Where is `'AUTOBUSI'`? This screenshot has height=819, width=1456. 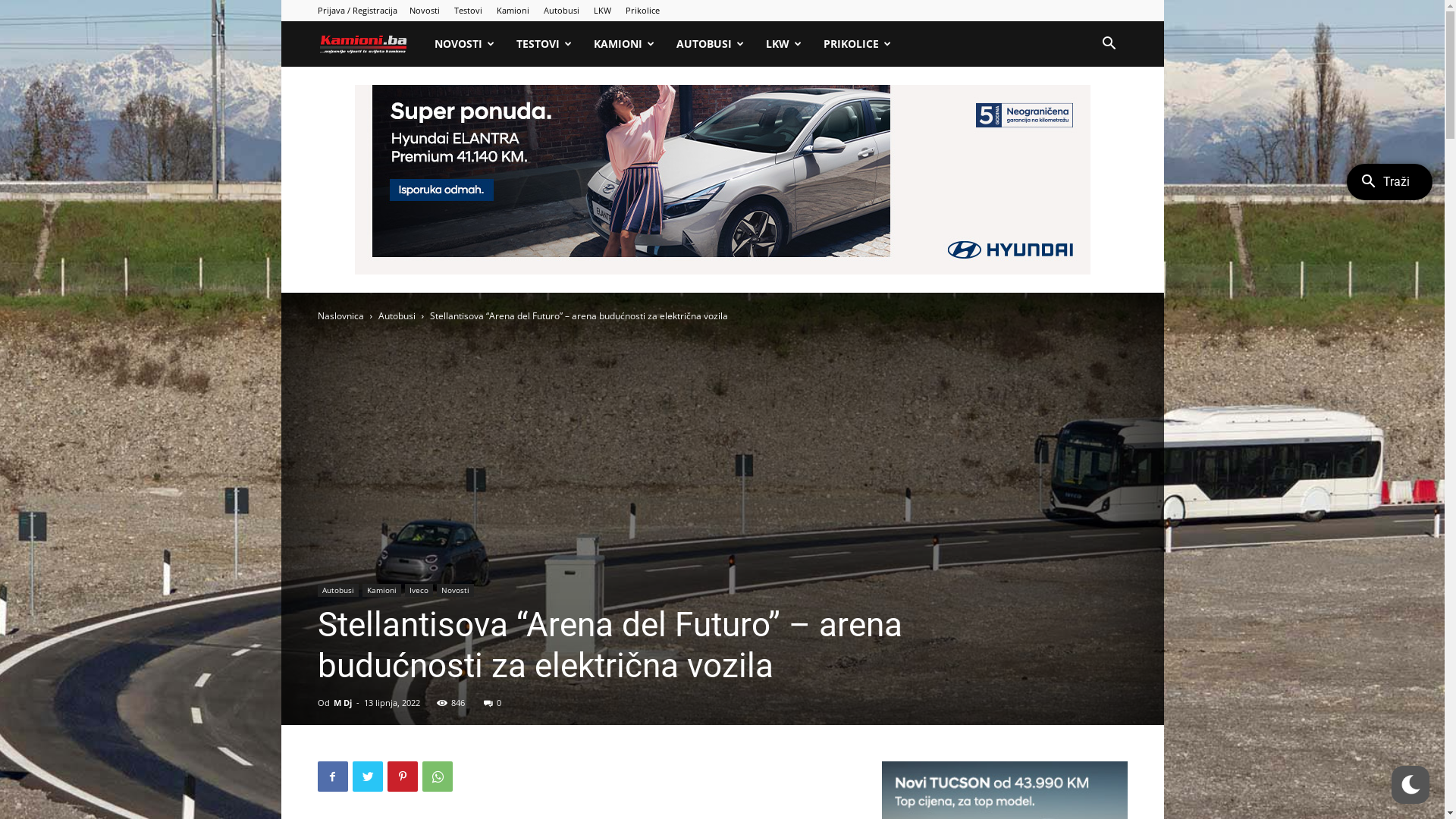 'AUTOBUSI' is located at coordinates (709, 42).